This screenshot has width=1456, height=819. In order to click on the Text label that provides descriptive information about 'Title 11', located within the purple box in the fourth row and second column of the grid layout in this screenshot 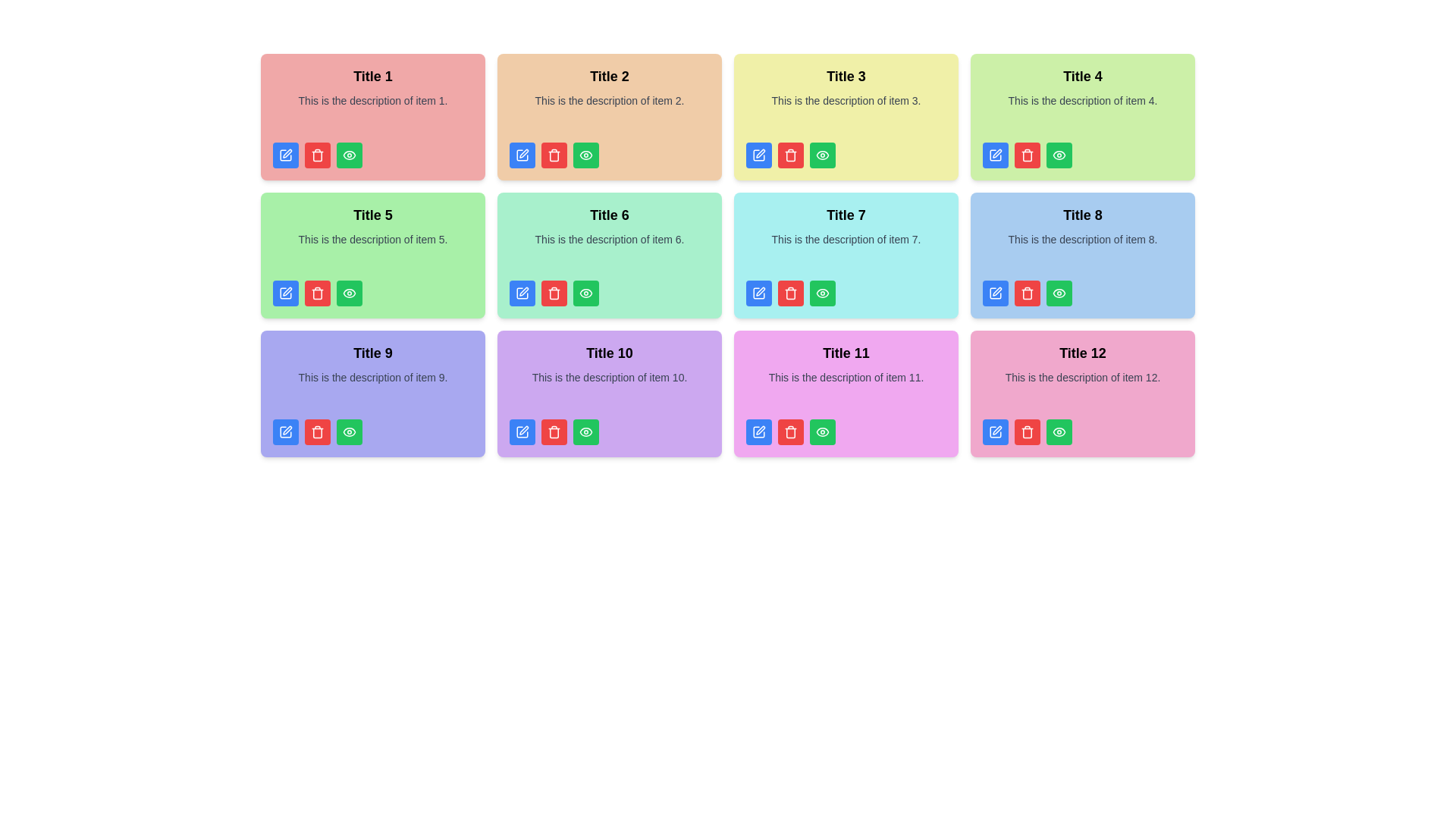, I will do `click(846, 388)`.